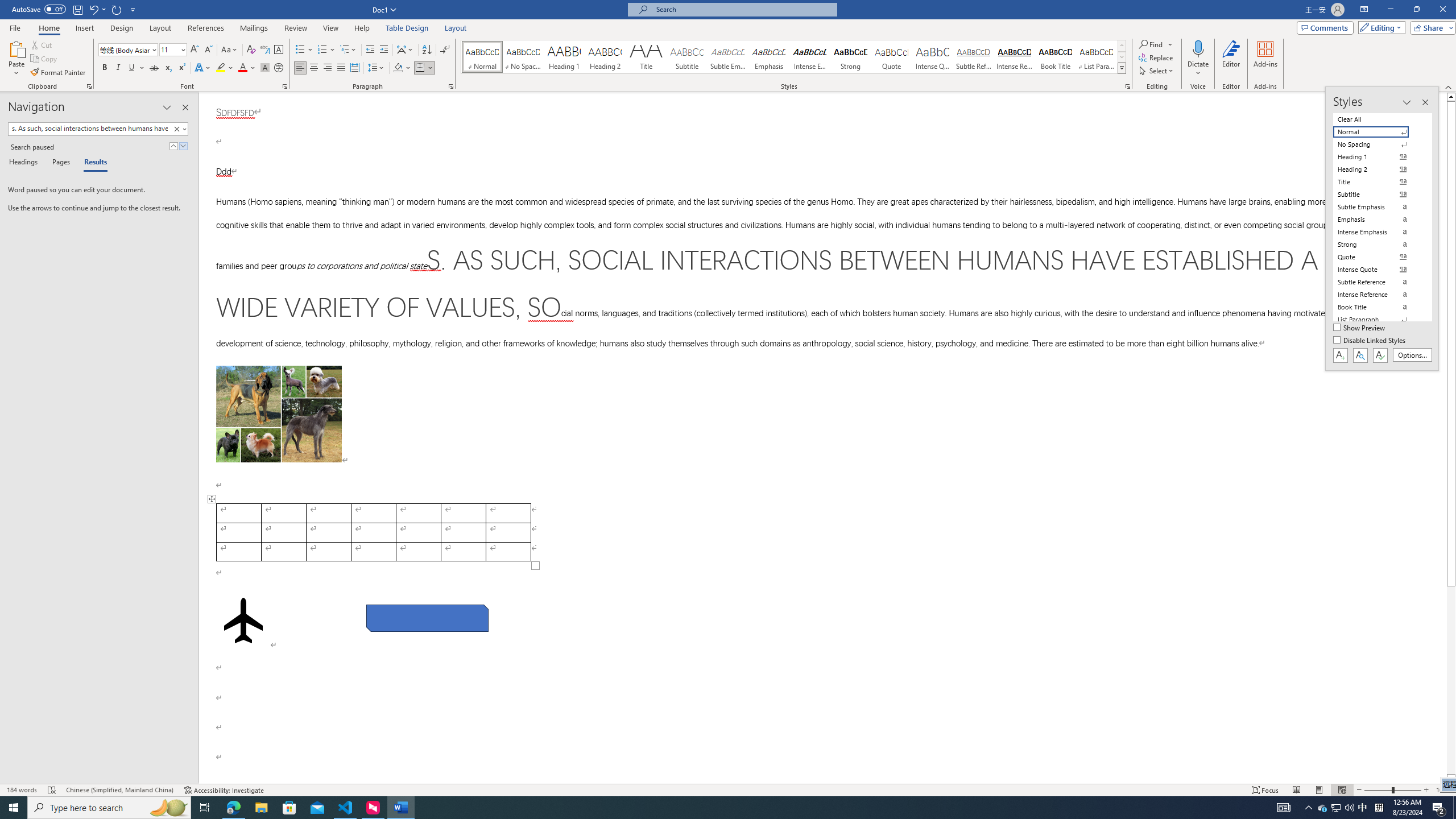 This screenshot has height=819, width=1456. What do you see at coordinates (728, 56) in the screenshot?
I see `'Subtle Emphasis'` at bounding box center [728, 56].